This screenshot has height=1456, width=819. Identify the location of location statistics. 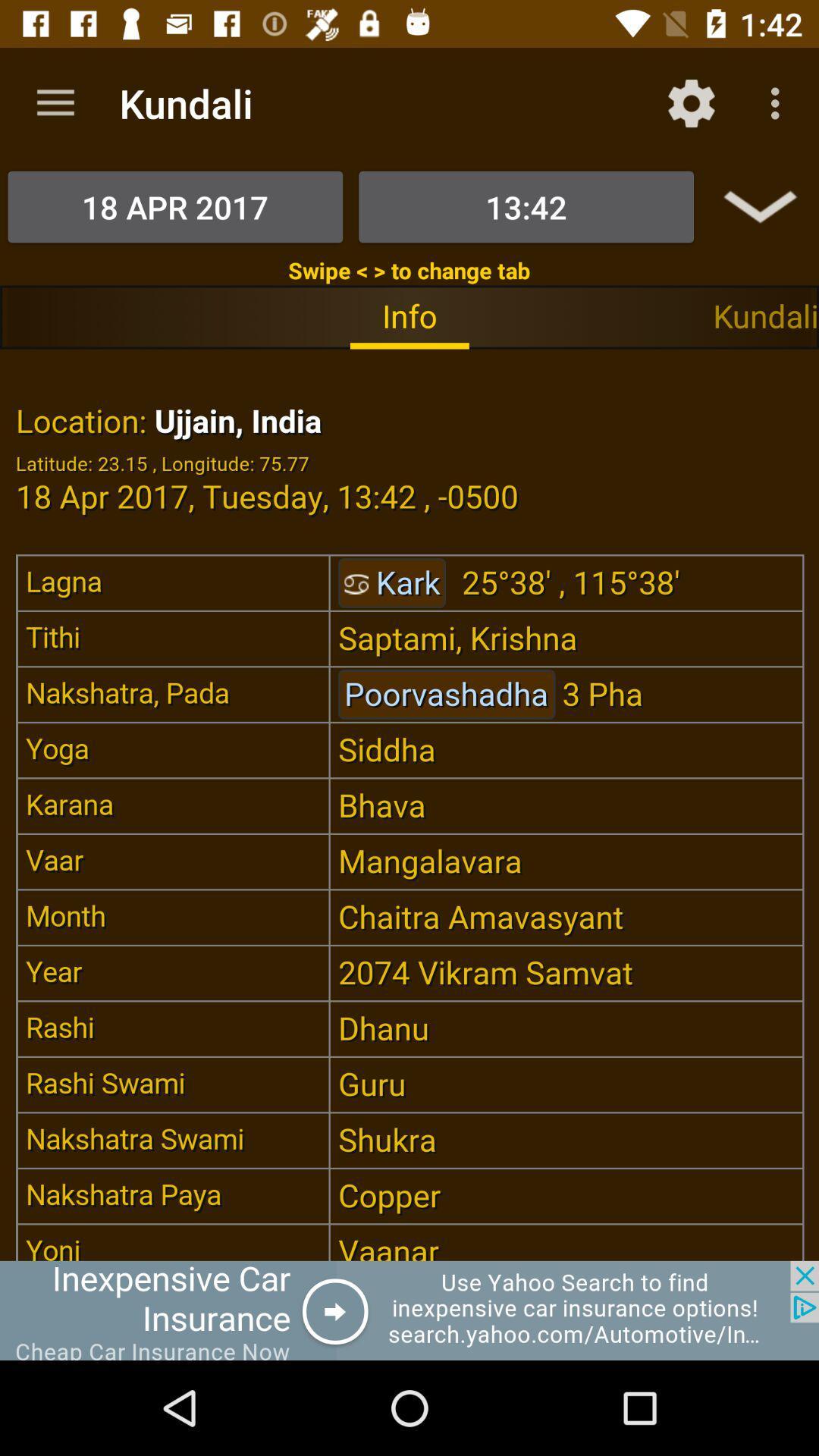
(409, 804).